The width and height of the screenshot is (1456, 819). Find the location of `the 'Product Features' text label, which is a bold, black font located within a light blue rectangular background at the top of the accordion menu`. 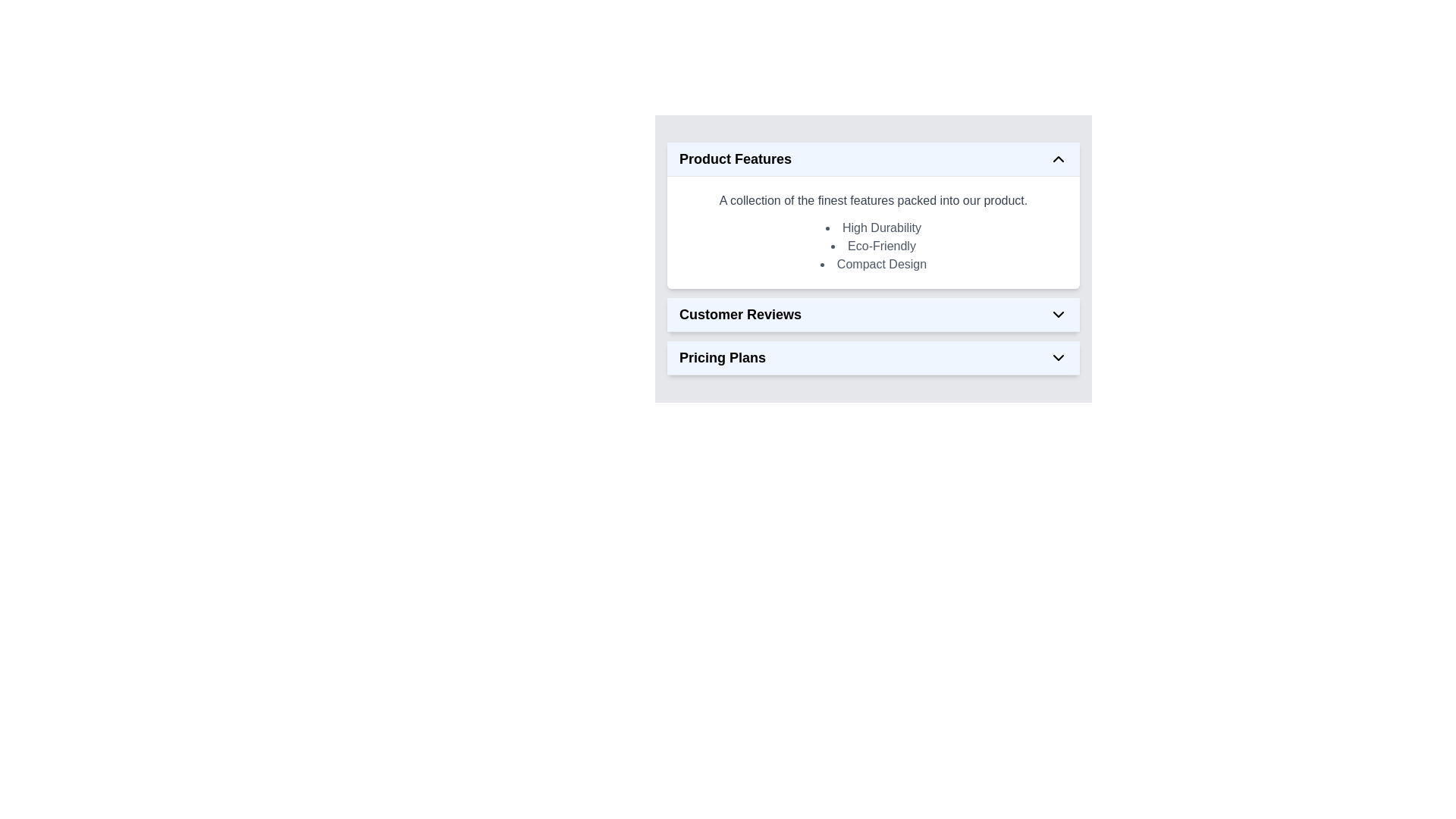

the 'Product Features' text label, which is a bold, black font located within a light blue rectangular background at the top of the accordion menu is located at coordinates (735, 158).